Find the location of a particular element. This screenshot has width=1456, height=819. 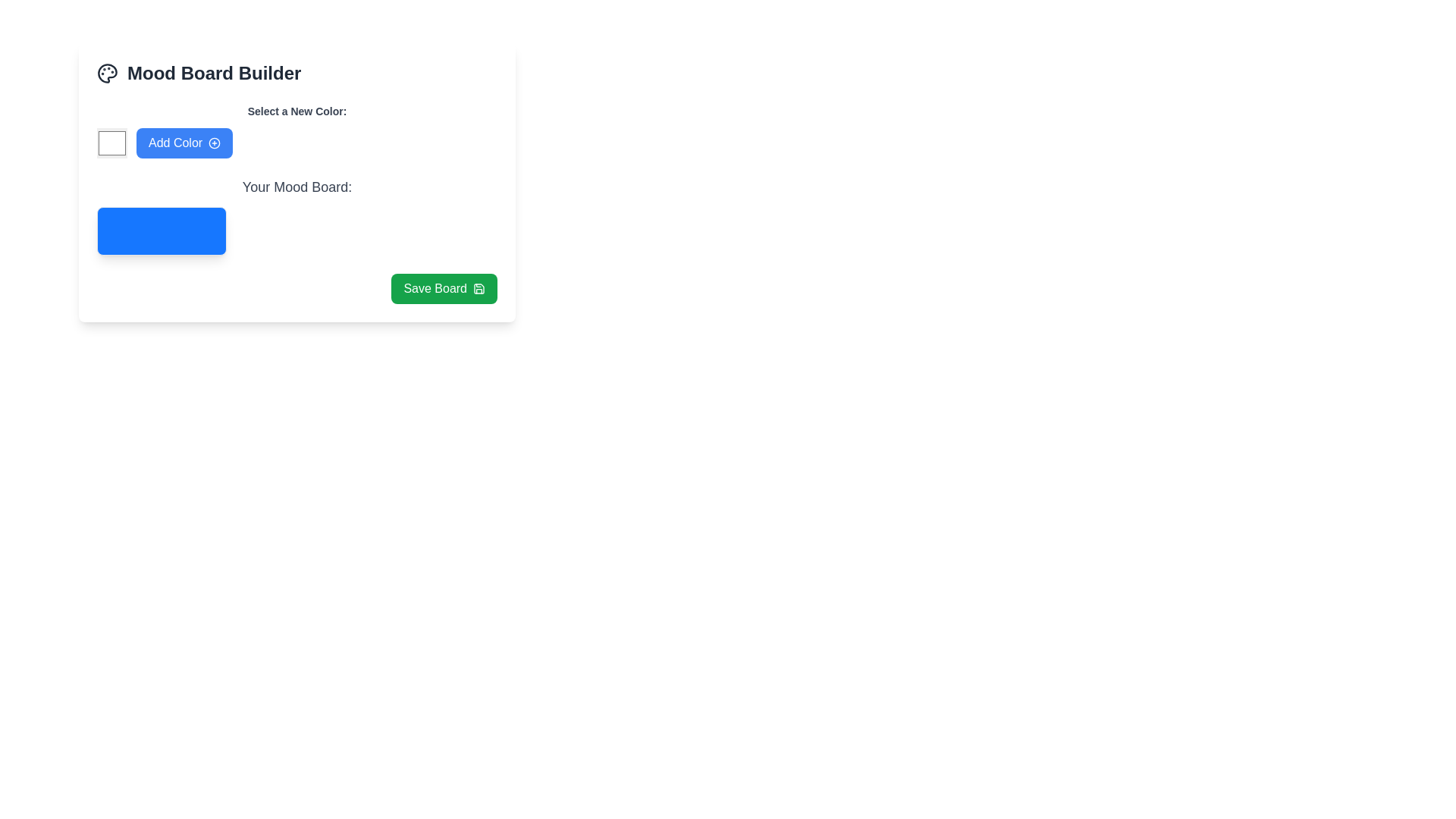

the text label styled in bold font and dark gray color that reads 'Select a New Color:', located in the top-left section of the form below the main heading 'Mood Board Builder' is located at coordinates (297, 110).